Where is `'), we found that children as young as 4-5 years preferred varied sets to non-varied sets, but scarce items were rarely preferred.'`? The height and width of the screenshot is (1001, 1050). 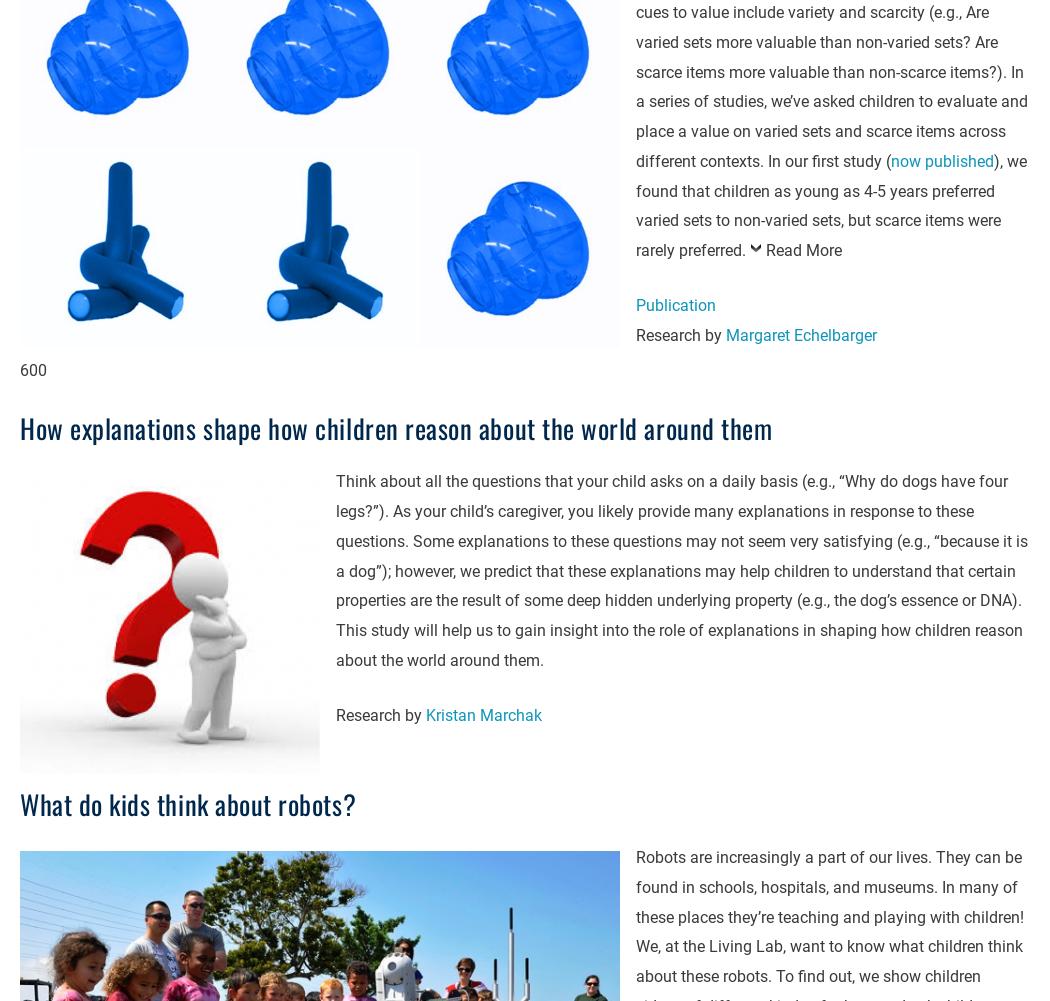
'), we found that children as young as 4-5 years preferred varied sets to non-varied sets, but scarce items were rarely preferred.' is located at coordinates (831, 205).